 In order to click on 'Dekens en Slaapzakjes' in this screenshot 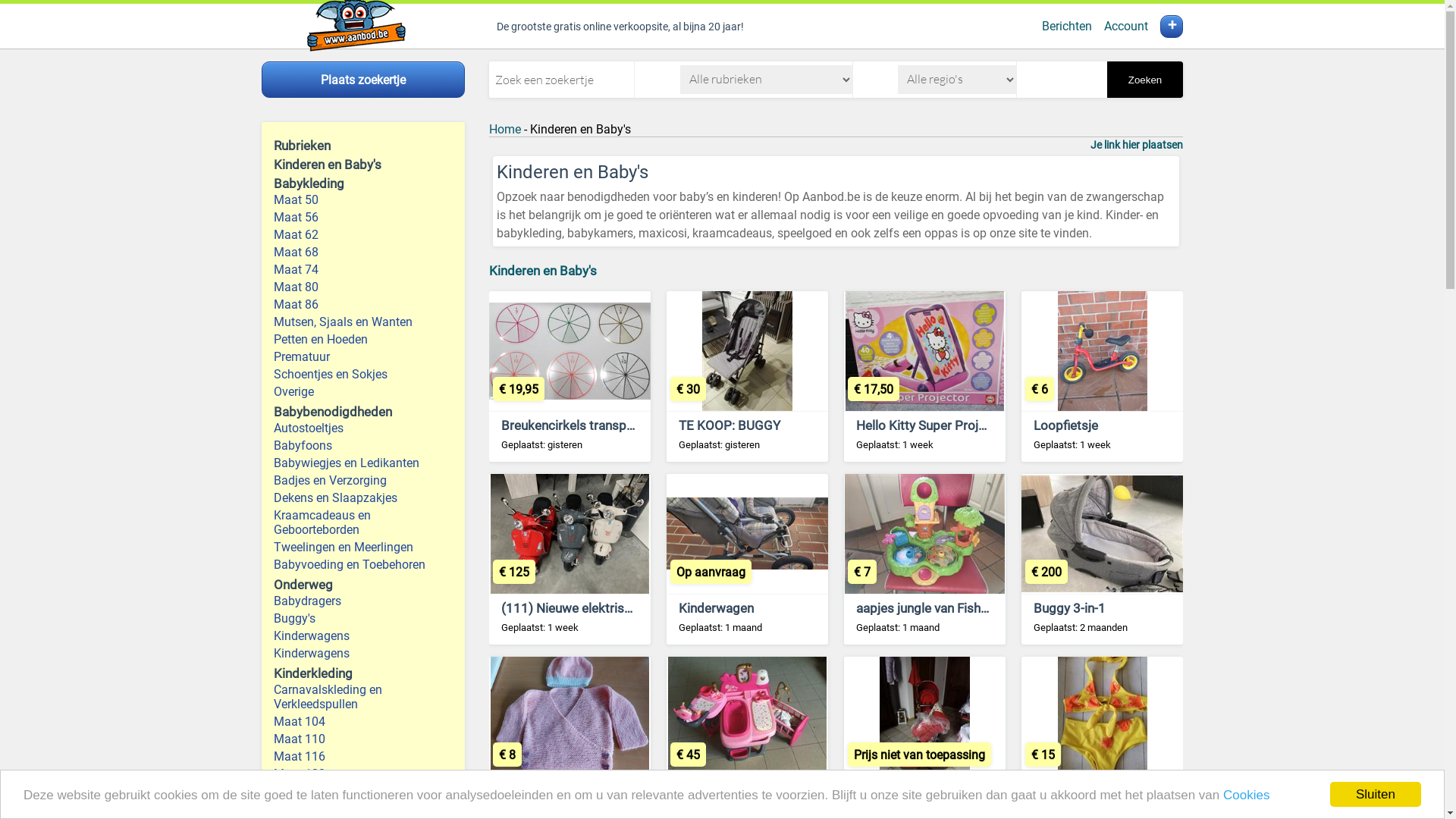, I will do `click(362, 497)`.